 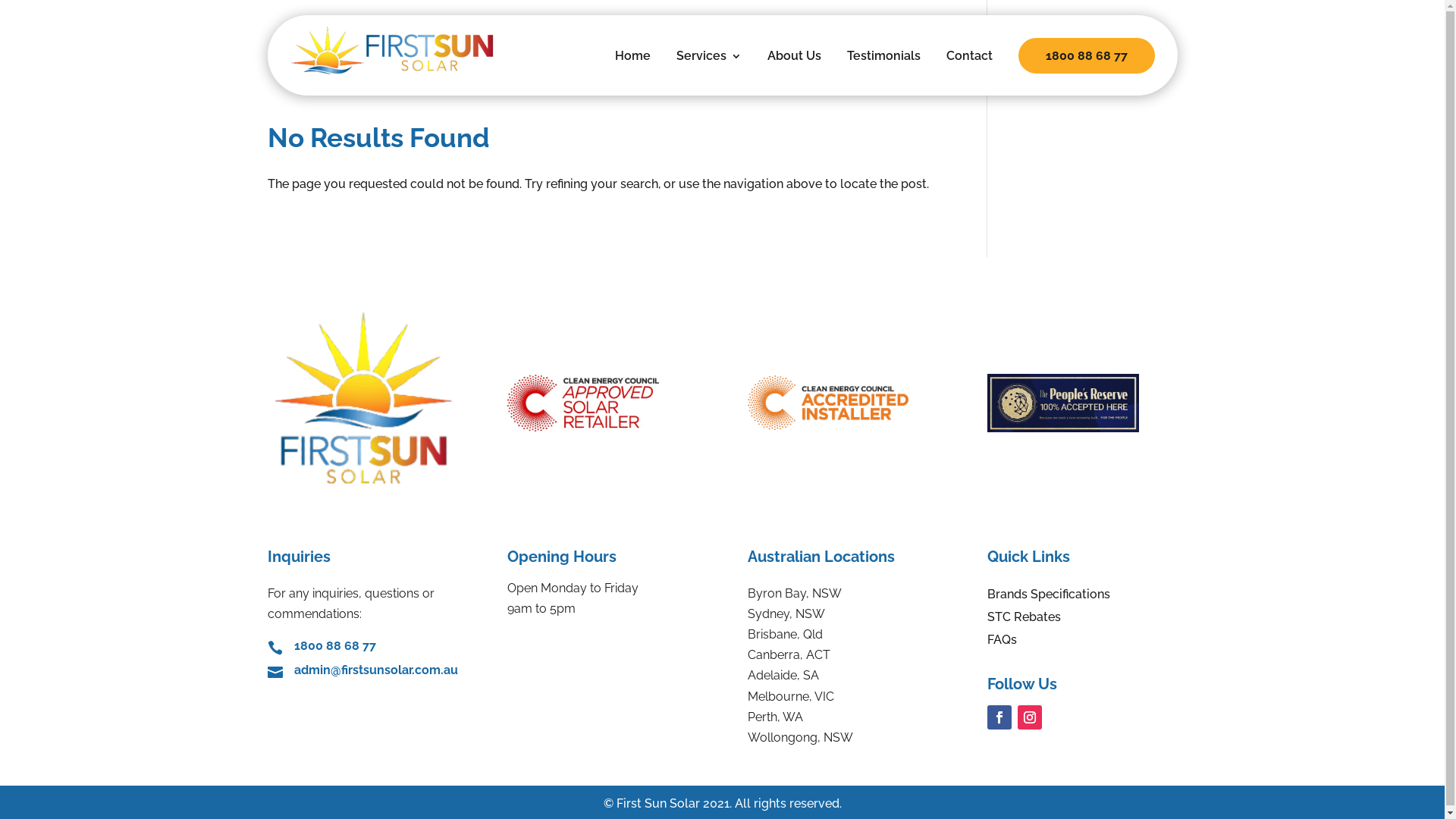 I want to click on 'Follow on Instagram', so click(x=1018, y=717).